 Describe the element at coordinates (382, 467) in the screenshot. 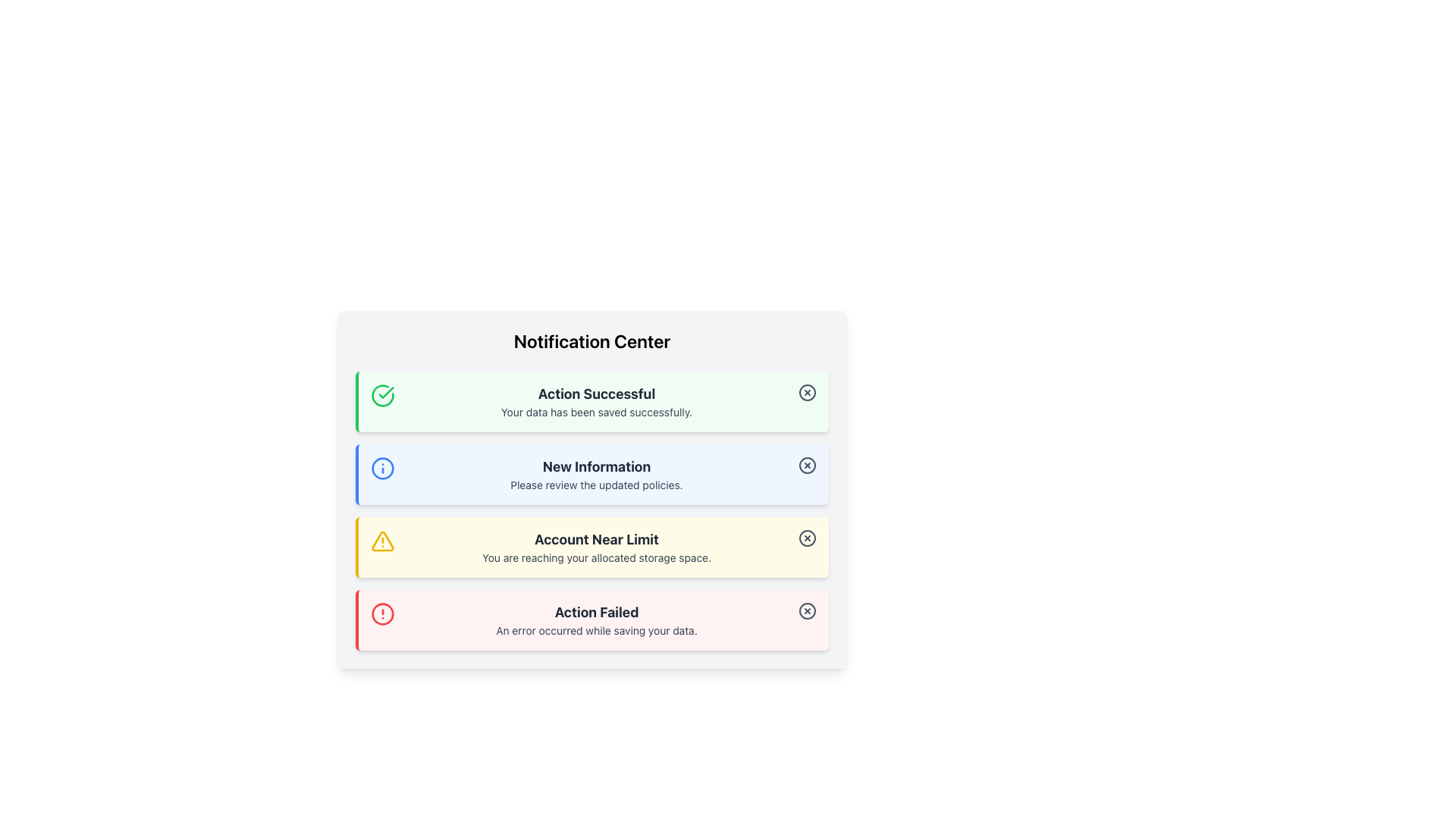

I see `the informational indicator icon located in the notification center, which is the first element in the horizontal arrangement before the 'New Information' text in the second notification from the top` at that location.